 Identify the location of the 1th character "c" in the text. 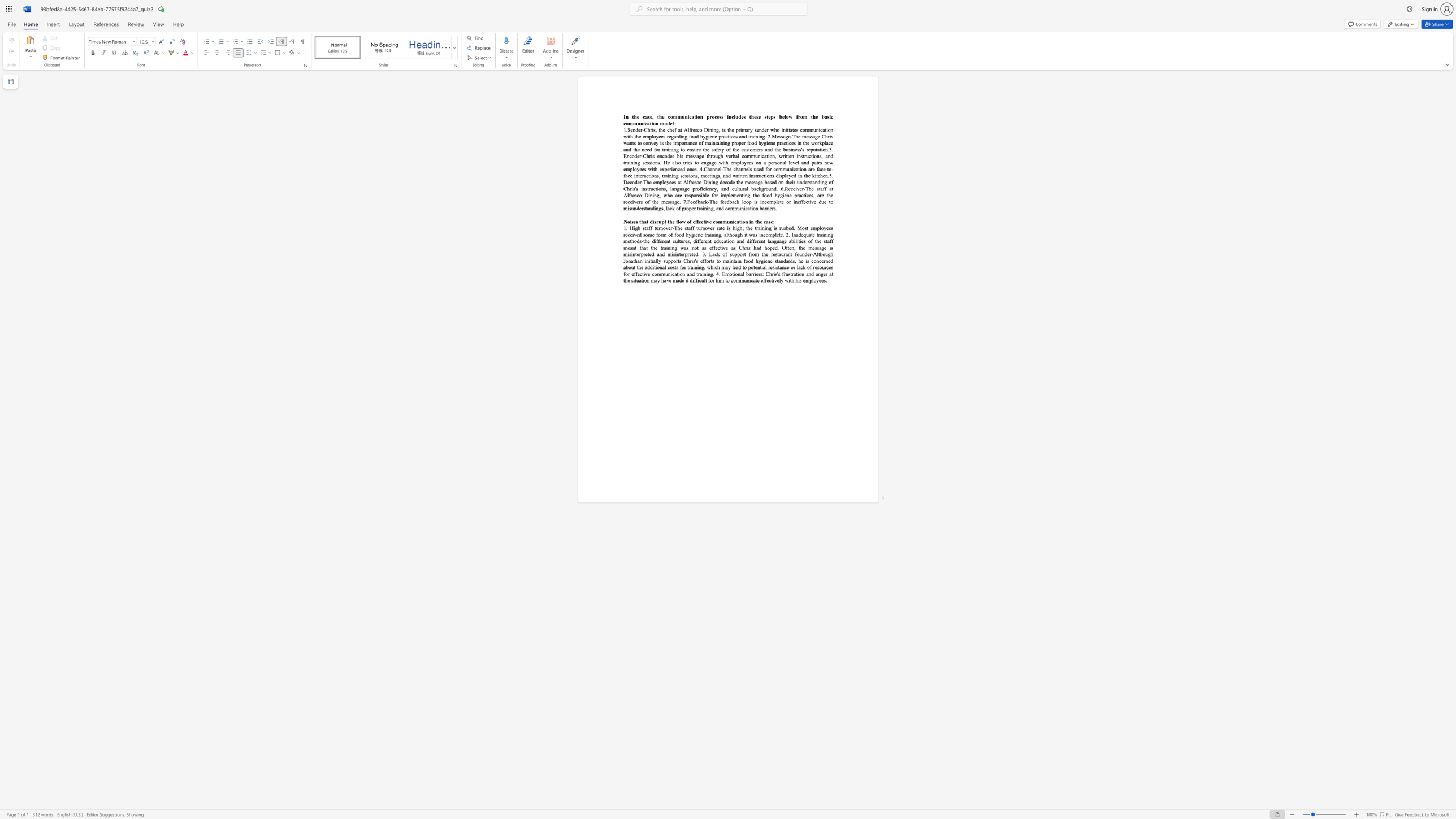
(733, 188).